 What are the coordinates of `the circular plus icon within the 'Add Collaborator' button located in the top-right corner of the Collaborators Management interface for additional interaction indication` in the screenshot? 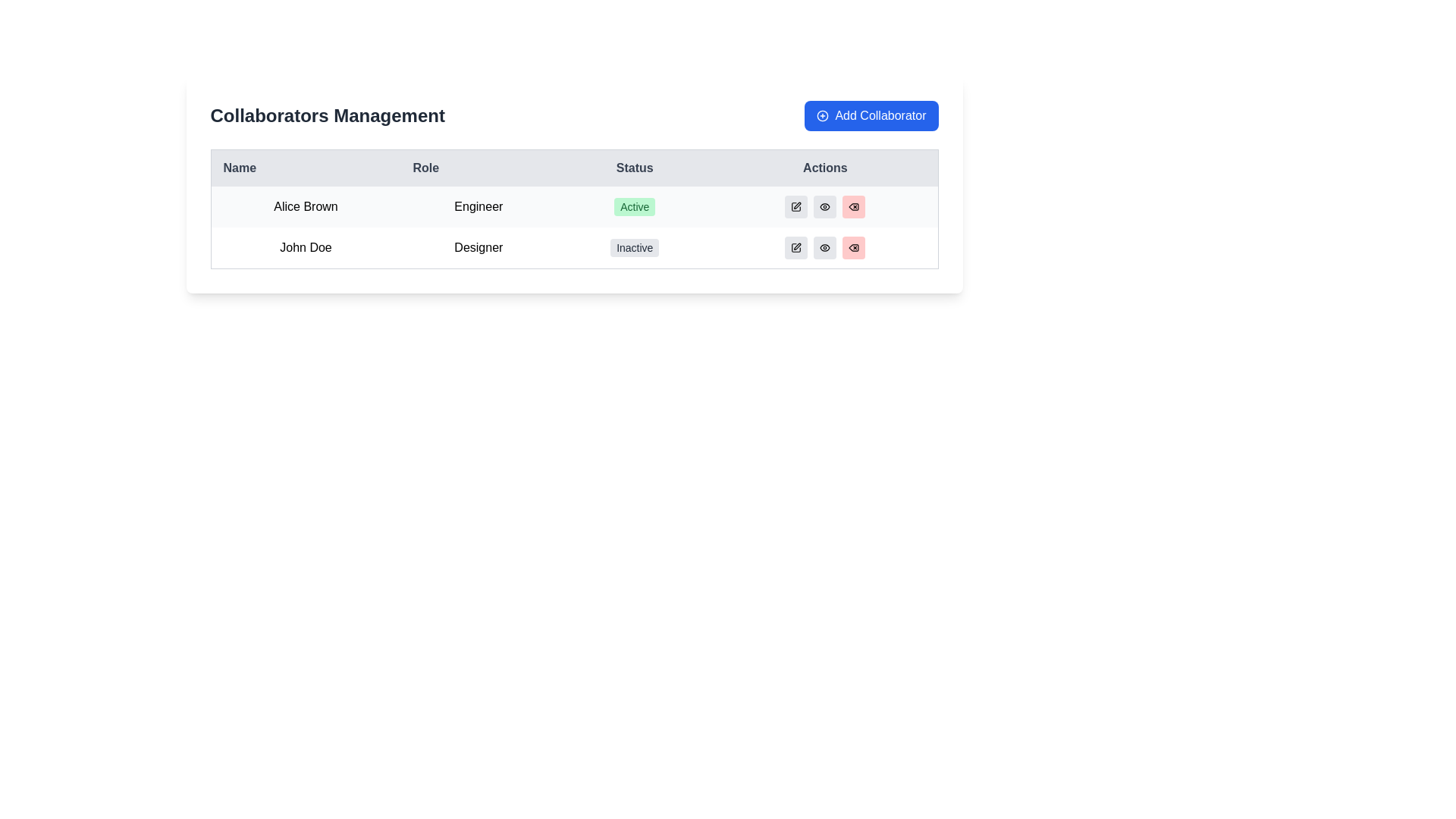 It's located at (822, 115).